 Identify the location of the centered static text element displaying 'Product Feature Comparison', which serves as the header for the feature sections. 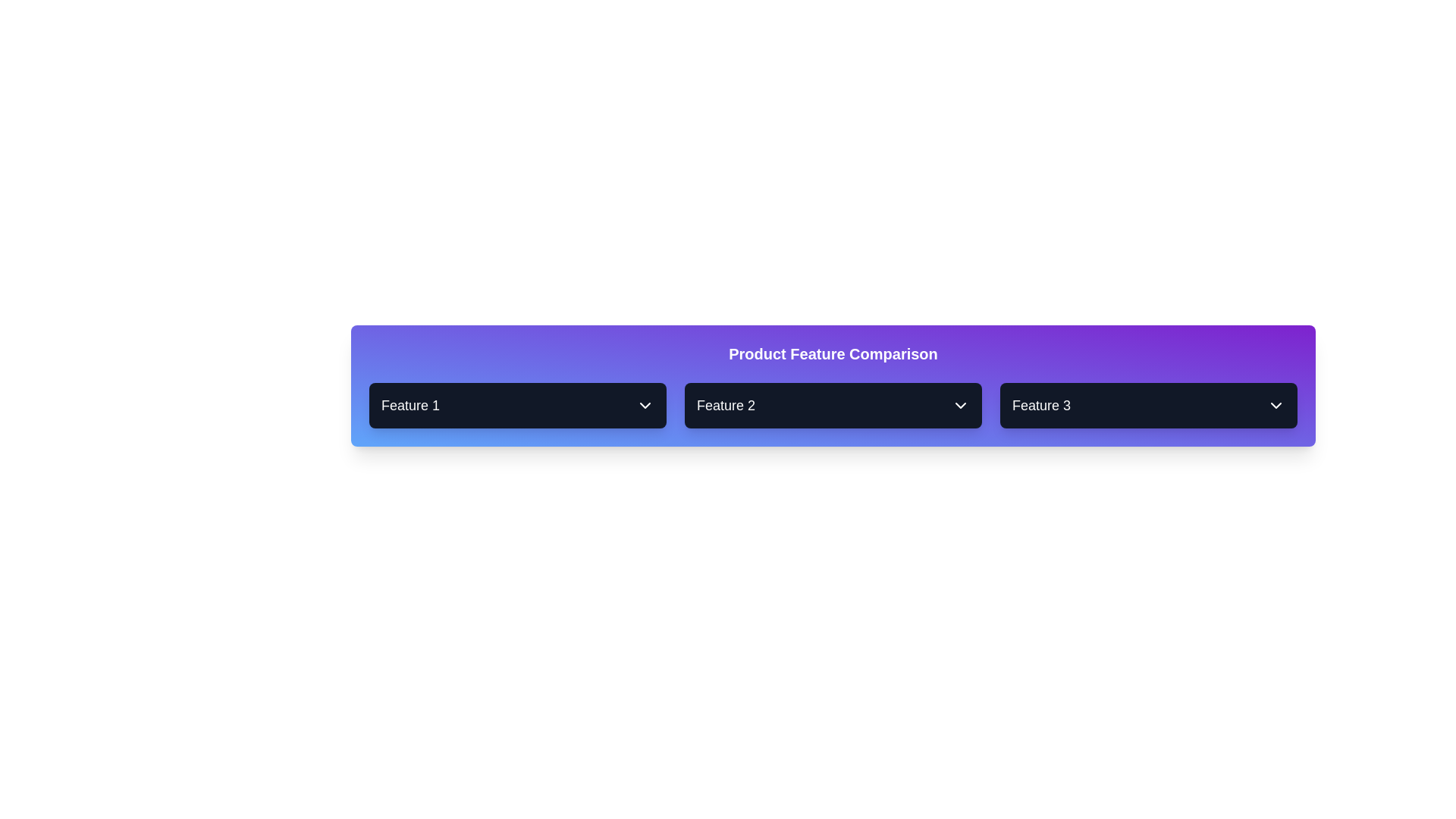
(833, 353).